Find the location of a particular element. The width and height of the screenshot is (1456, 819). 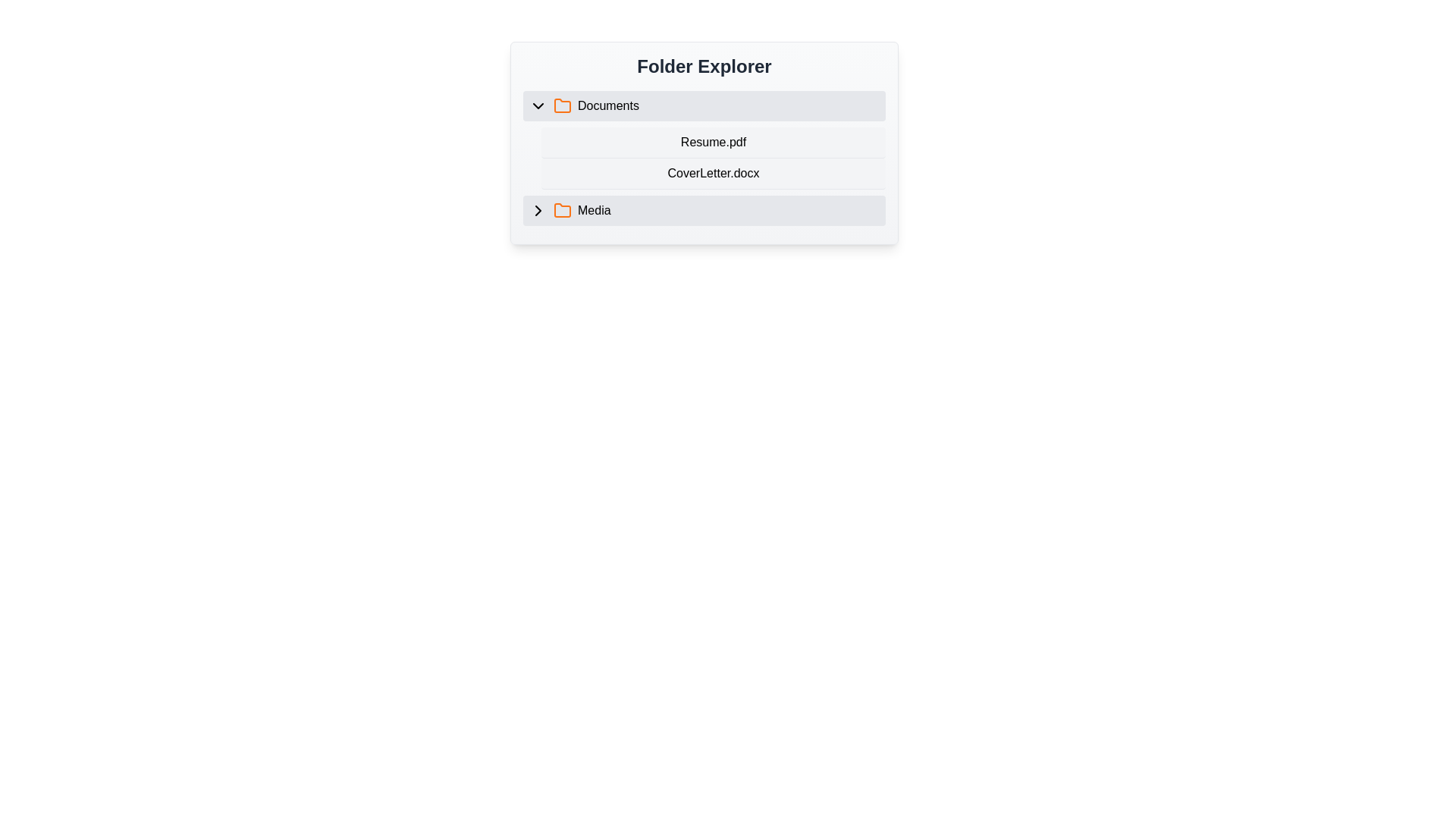

the icon or button to the left of the 'Media' label in the 'Folder Explorer' interface is located at coordinates (538, 210).